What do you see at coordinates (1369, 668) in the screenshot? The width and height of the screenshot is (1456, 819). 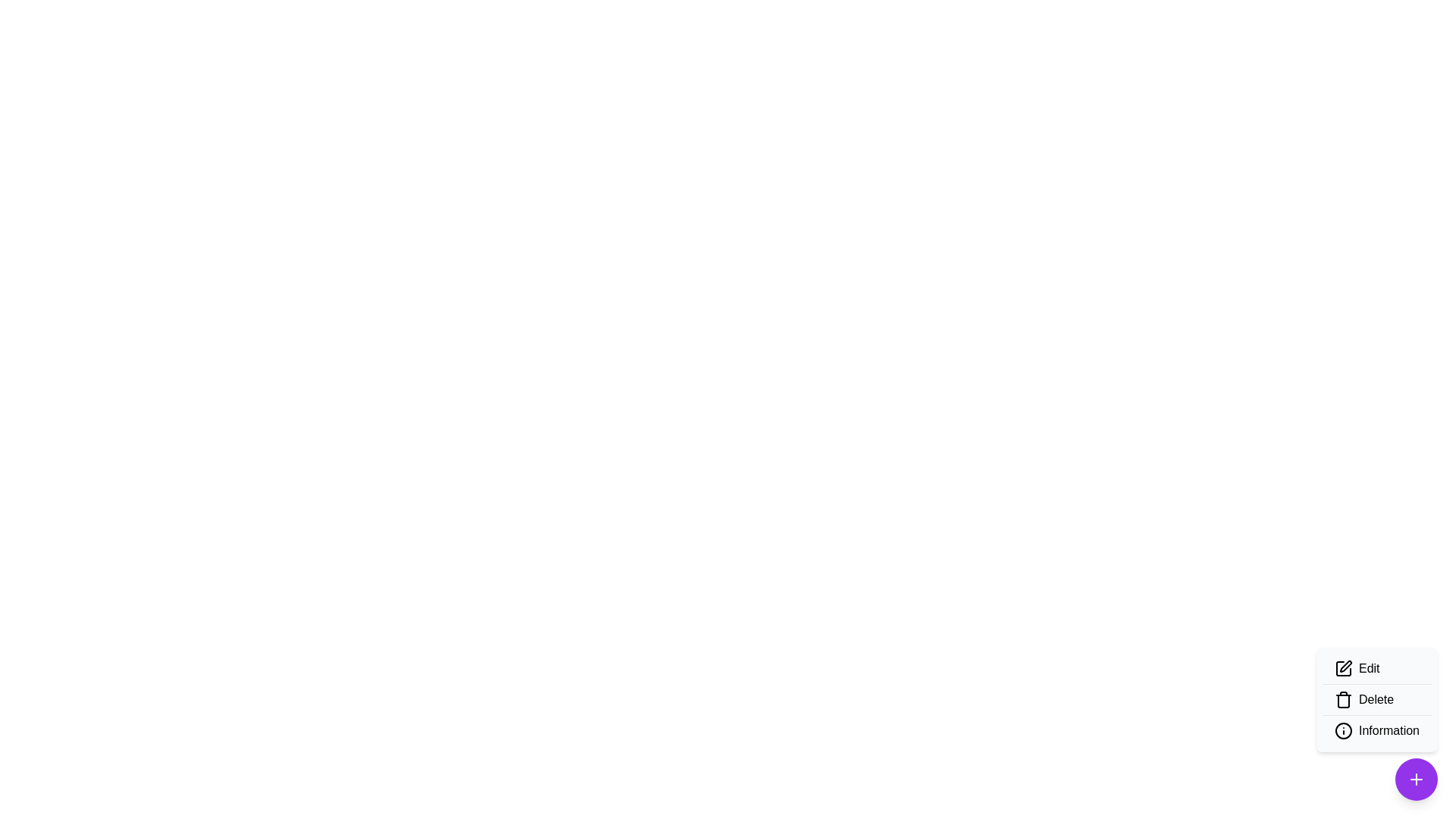 I see `the 'Edit' text label, which is styled in a medium-weight font and is part of a toolbar near a pencil icon` at bounding box center [1369, 668].